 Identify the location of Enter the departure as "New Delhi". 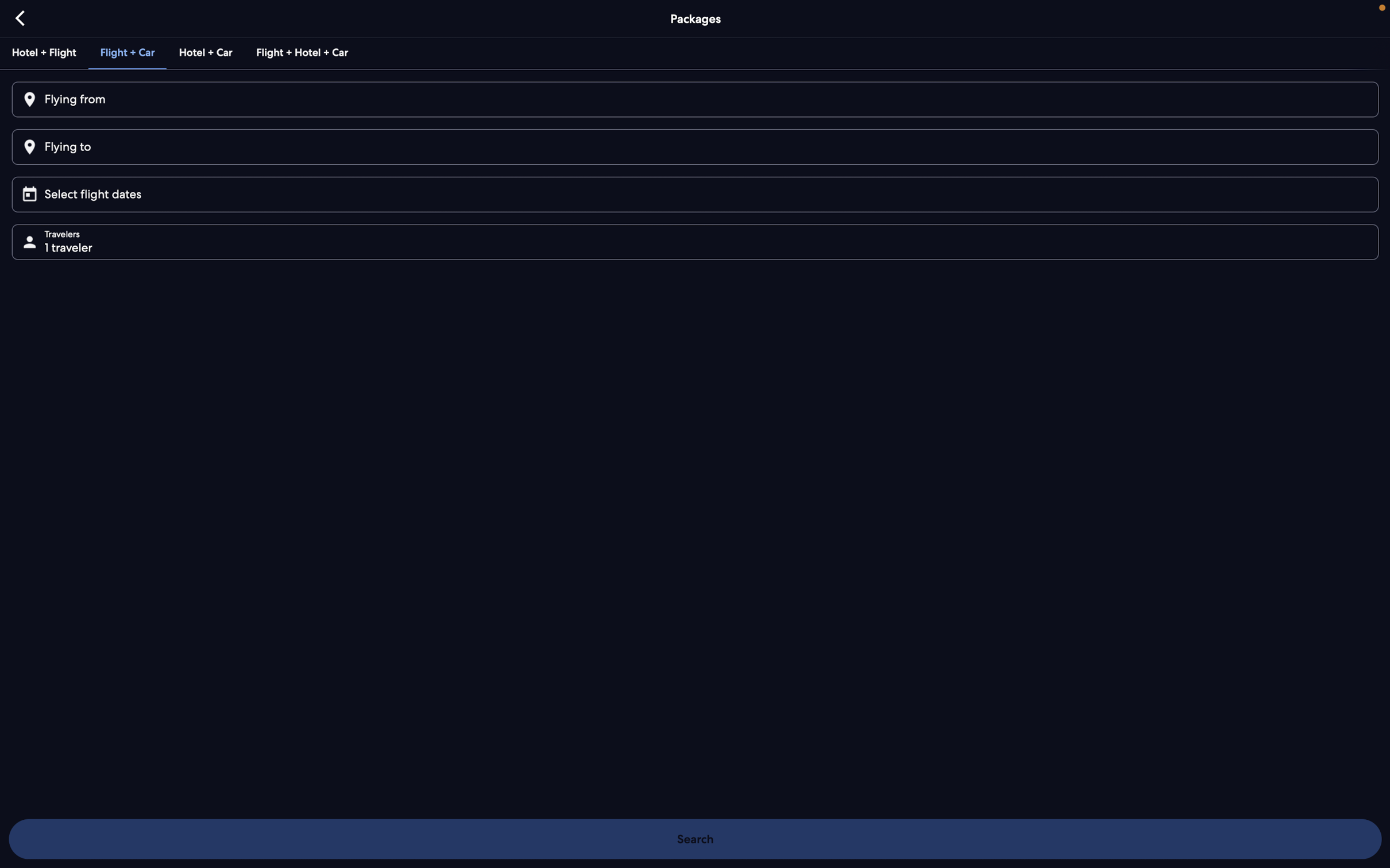
(693, 100).